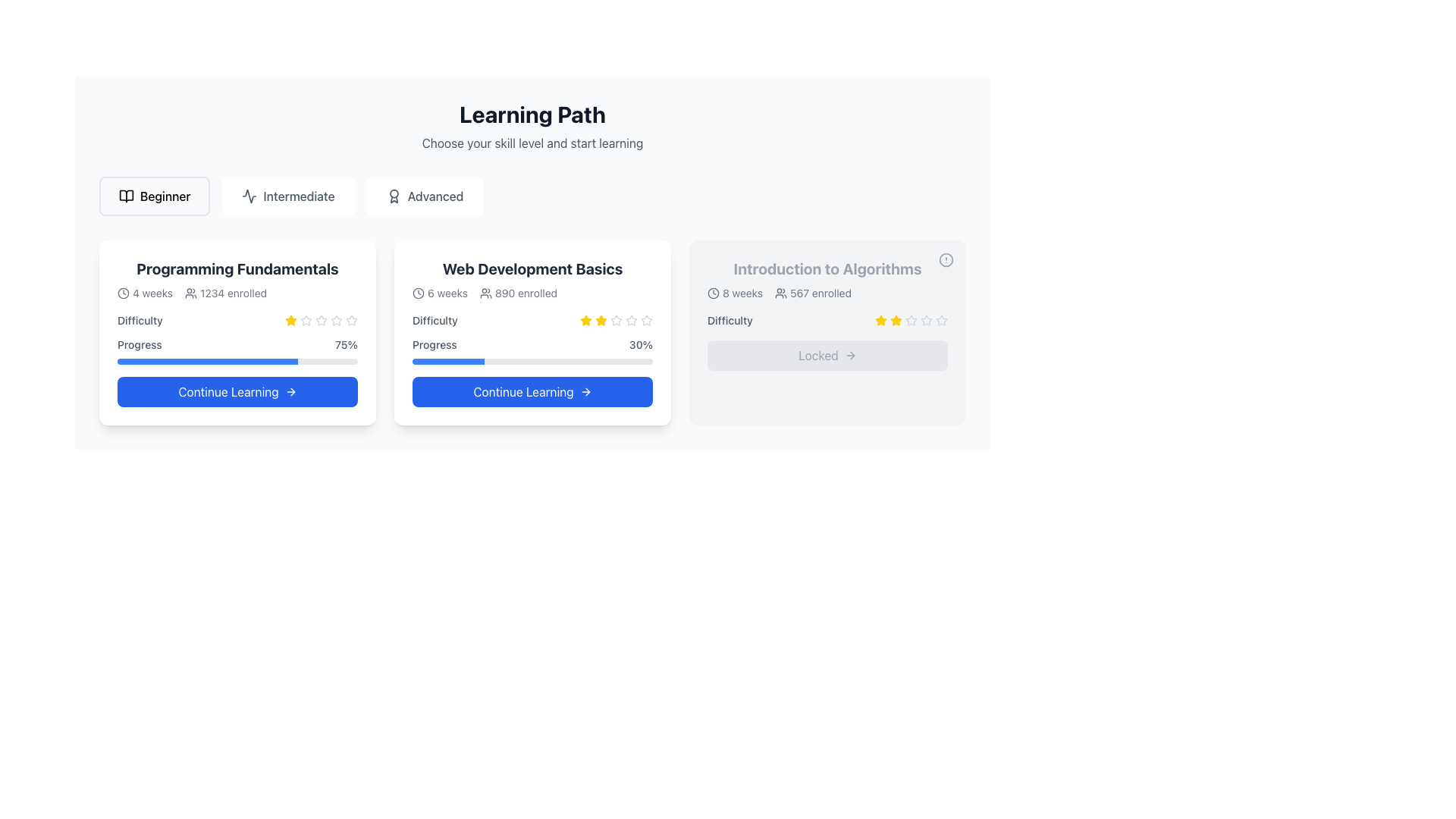  What do you see at coordinates (237, 362) in the screenshot?
I see `the horizontal progress bar with a blue filled portion indicating 75% progress, located within the 'Programming Fundamentals' card, beneath the 'Progress' label` at bounding box center [237, 362].